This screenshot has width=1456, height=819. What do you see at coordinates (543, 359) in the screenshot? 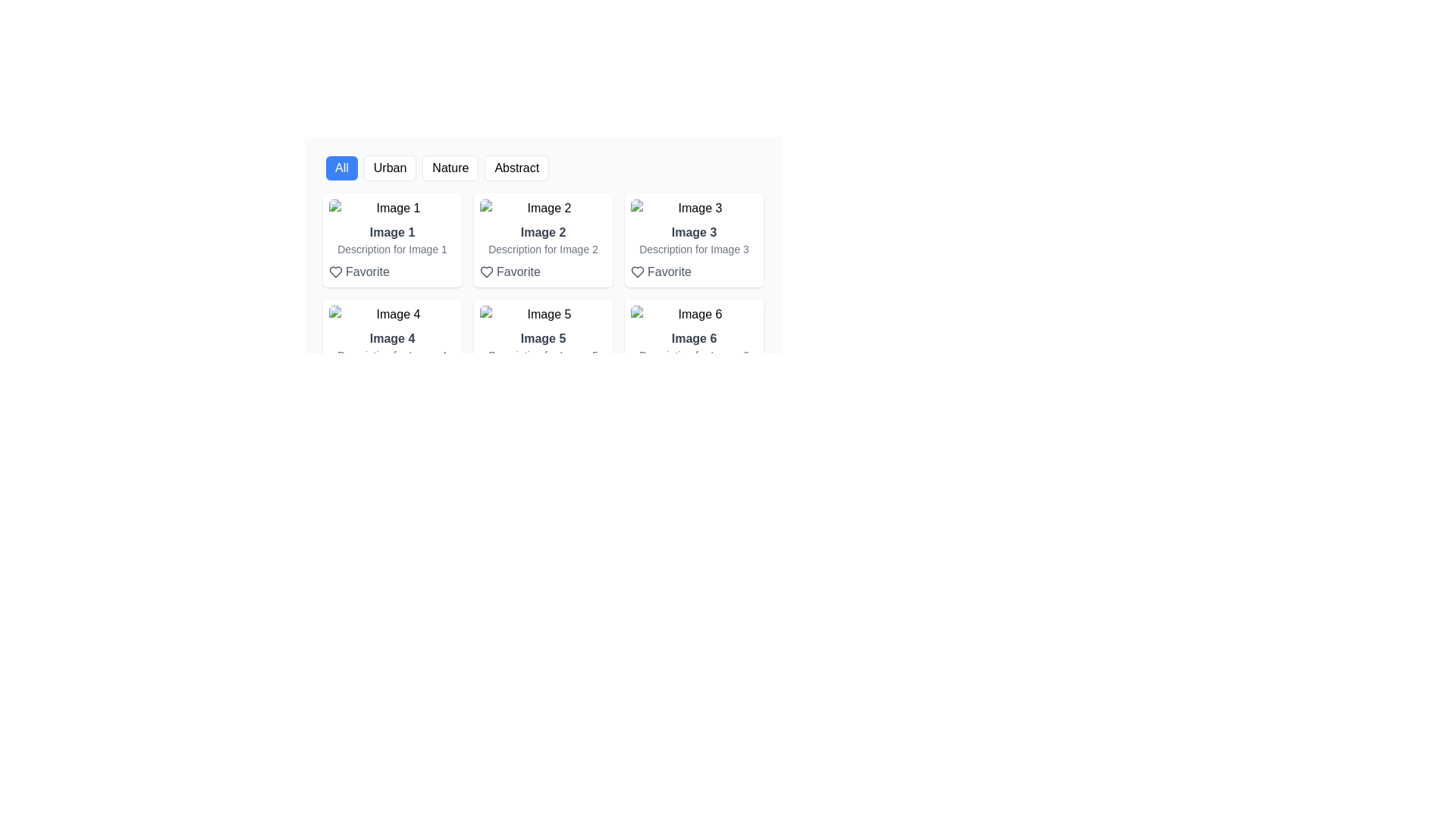
I see `the heart icon to favorite 'Image 5' in the Composite element that provides interaction control for this item` at bounding box center [543, 359].